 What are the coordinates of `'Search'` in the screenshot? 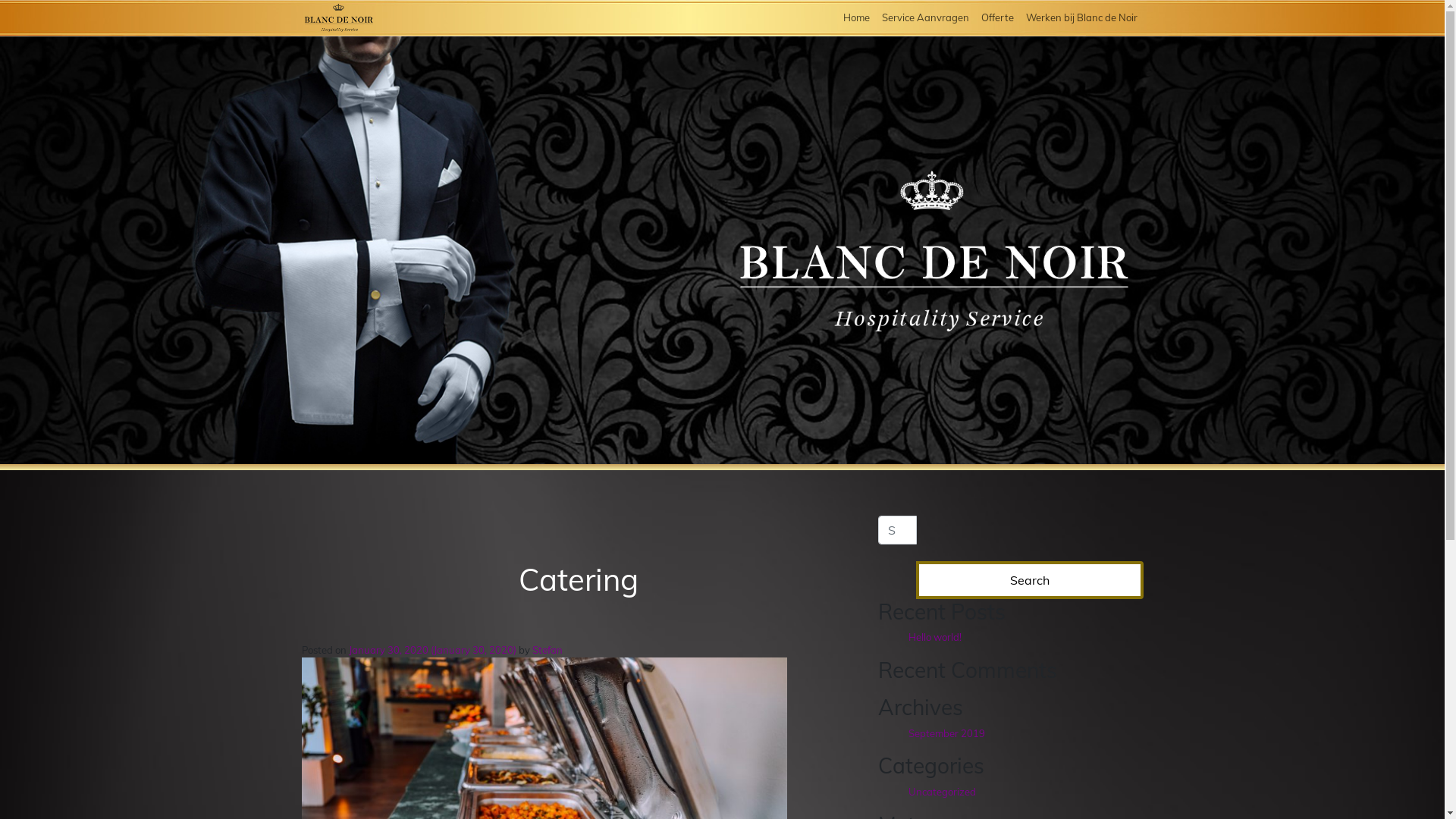 It's located at (1030, 579).